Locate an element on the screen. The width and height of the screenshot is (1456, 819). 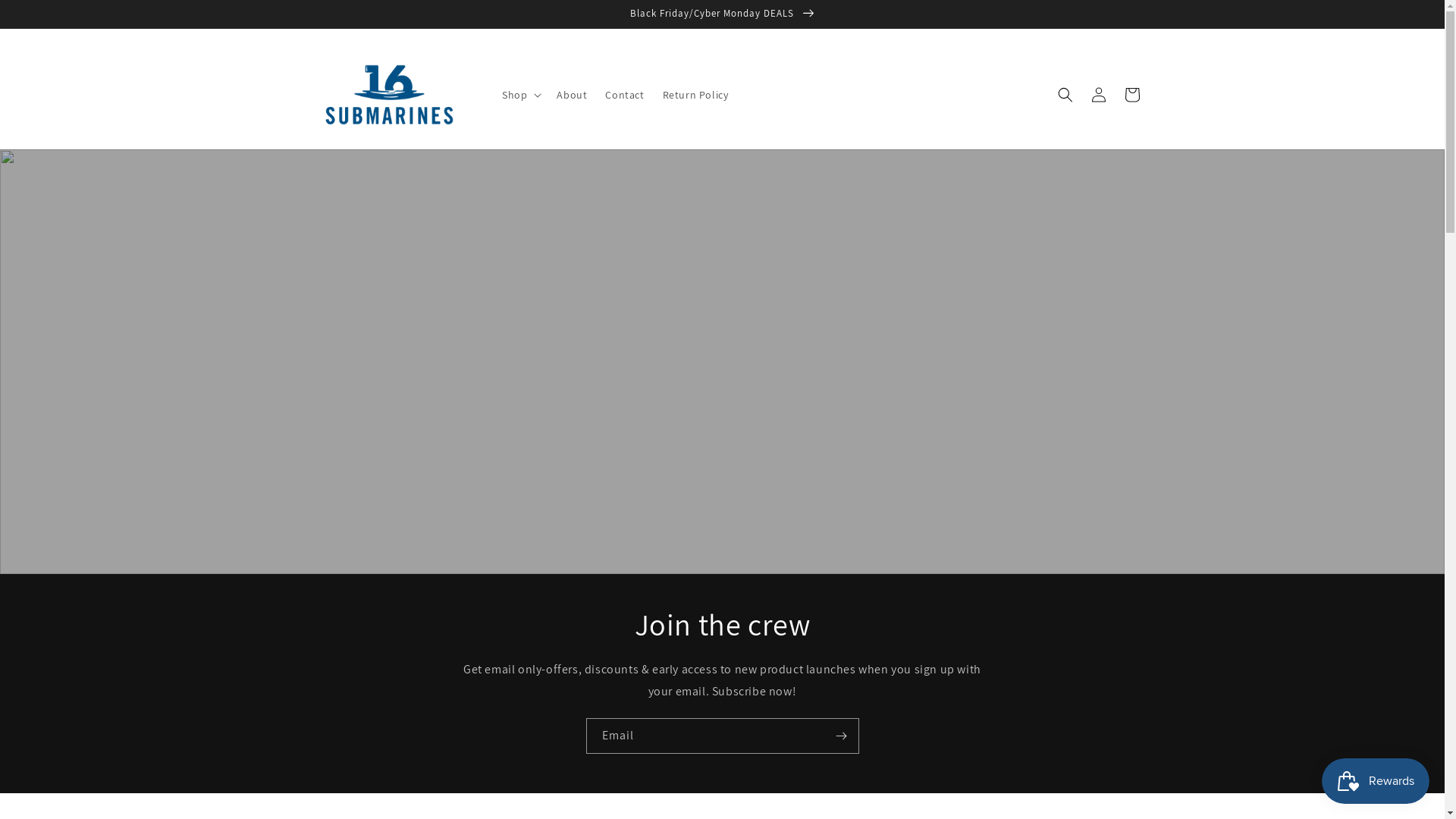
'About' is located at coordinates (570, 94).